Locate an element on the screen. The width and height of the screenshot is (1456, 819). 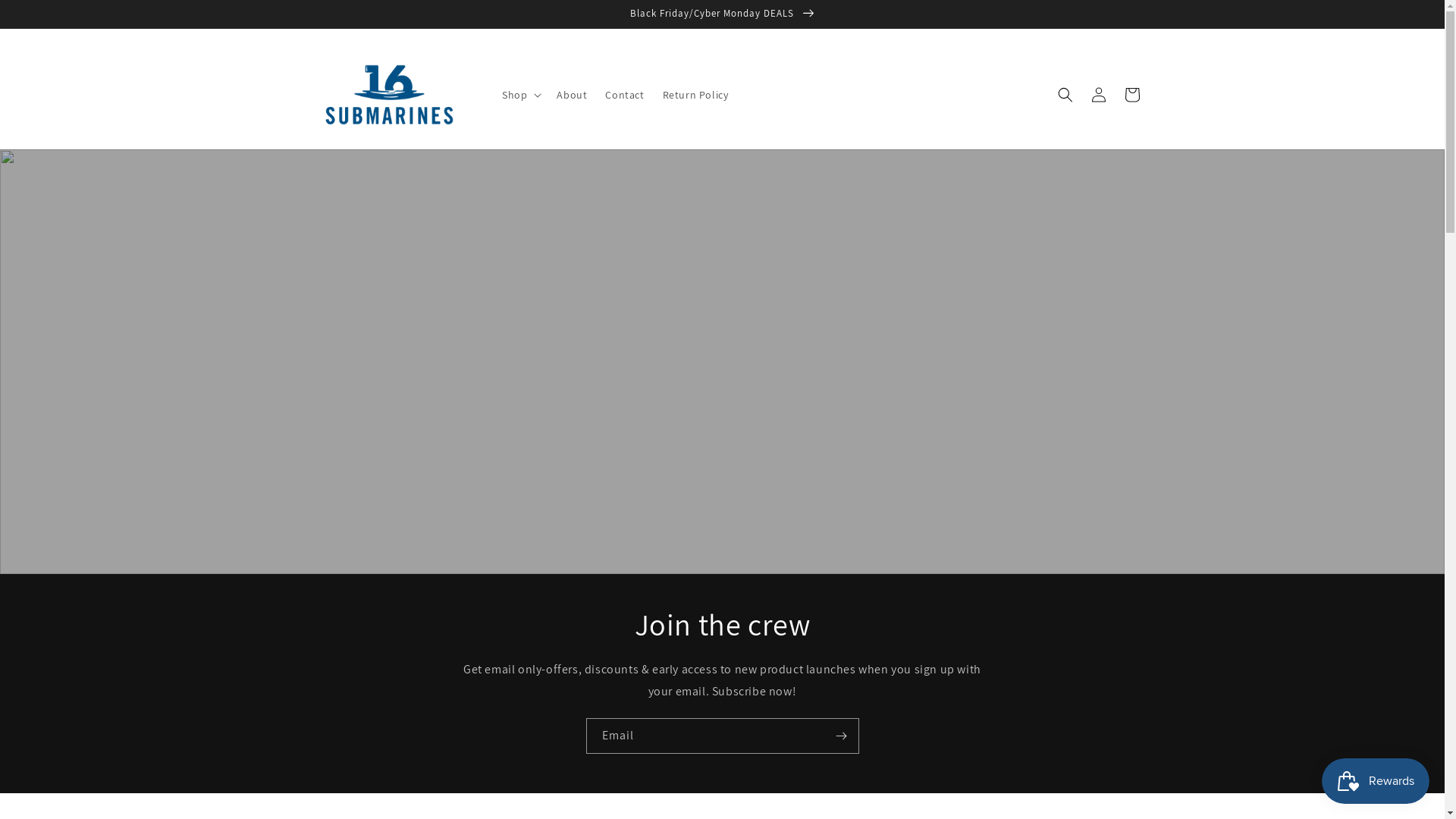
'About' is located at coordinates (570, 94).